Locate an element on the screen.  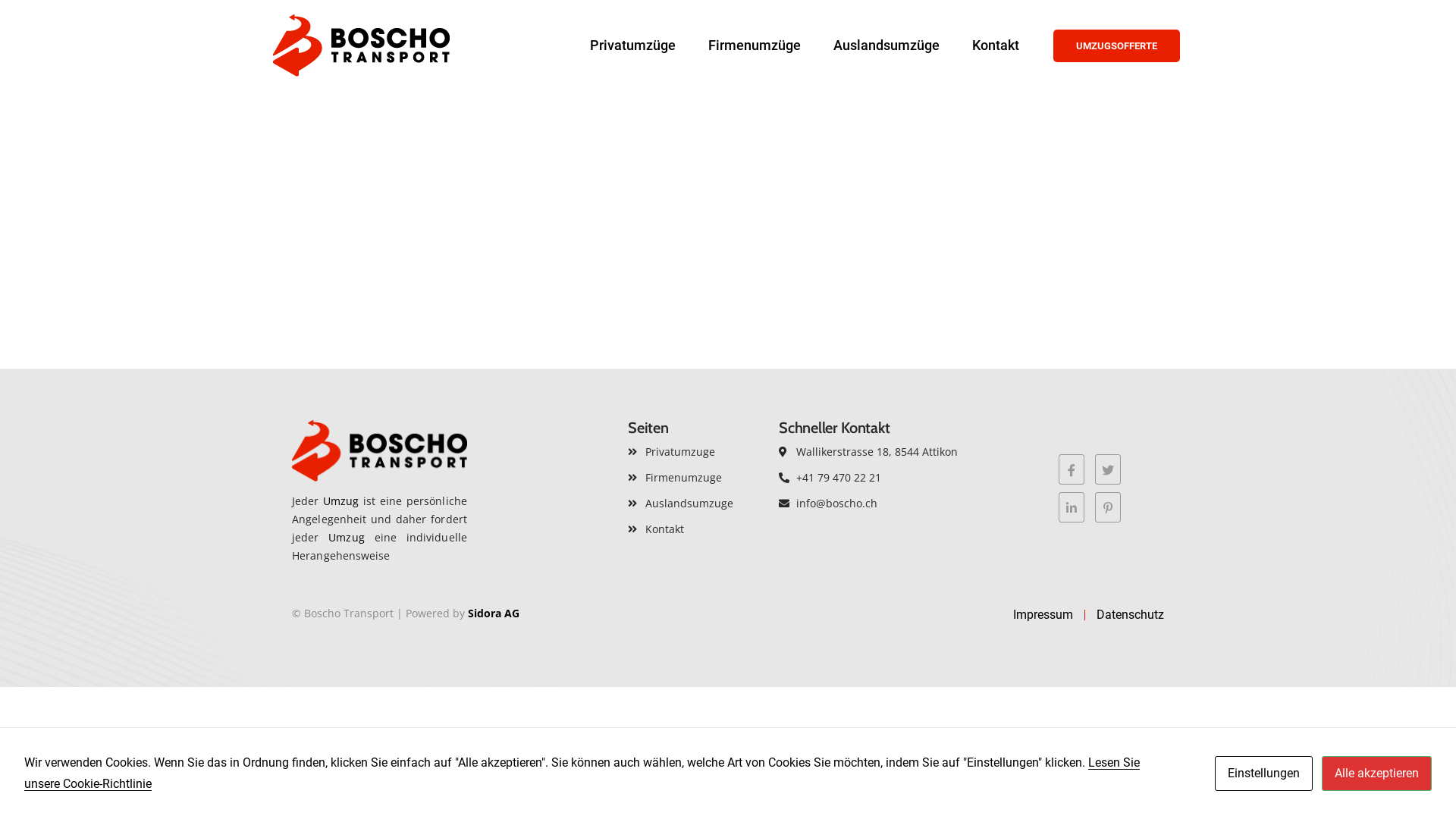
'Impressum' is located at coordinates (1042, 614).